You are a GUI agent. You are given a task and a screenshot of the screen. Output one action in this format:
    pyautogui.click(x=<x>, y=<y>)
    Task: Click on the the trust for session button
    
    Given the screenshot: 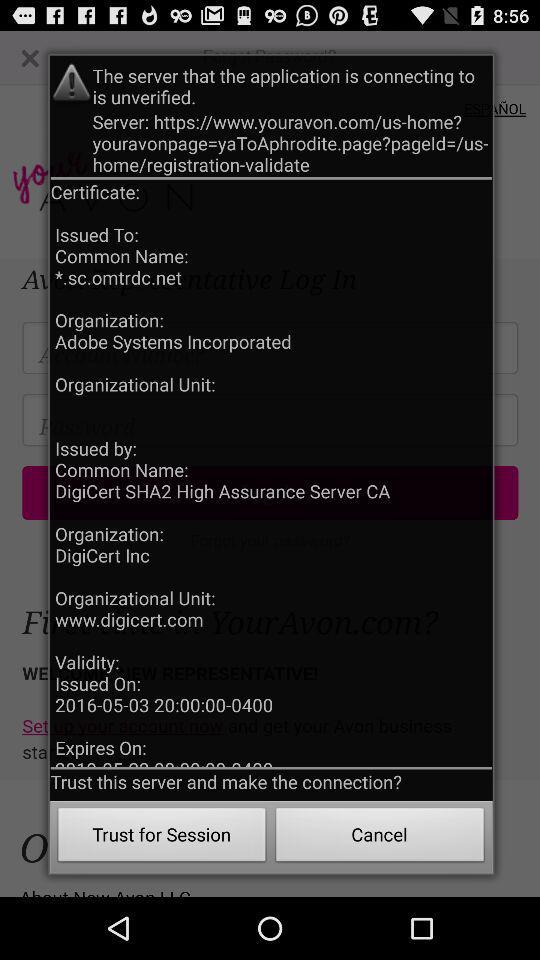 What is the action you would take?
    pyautogui.click(x=161, y=837)
    